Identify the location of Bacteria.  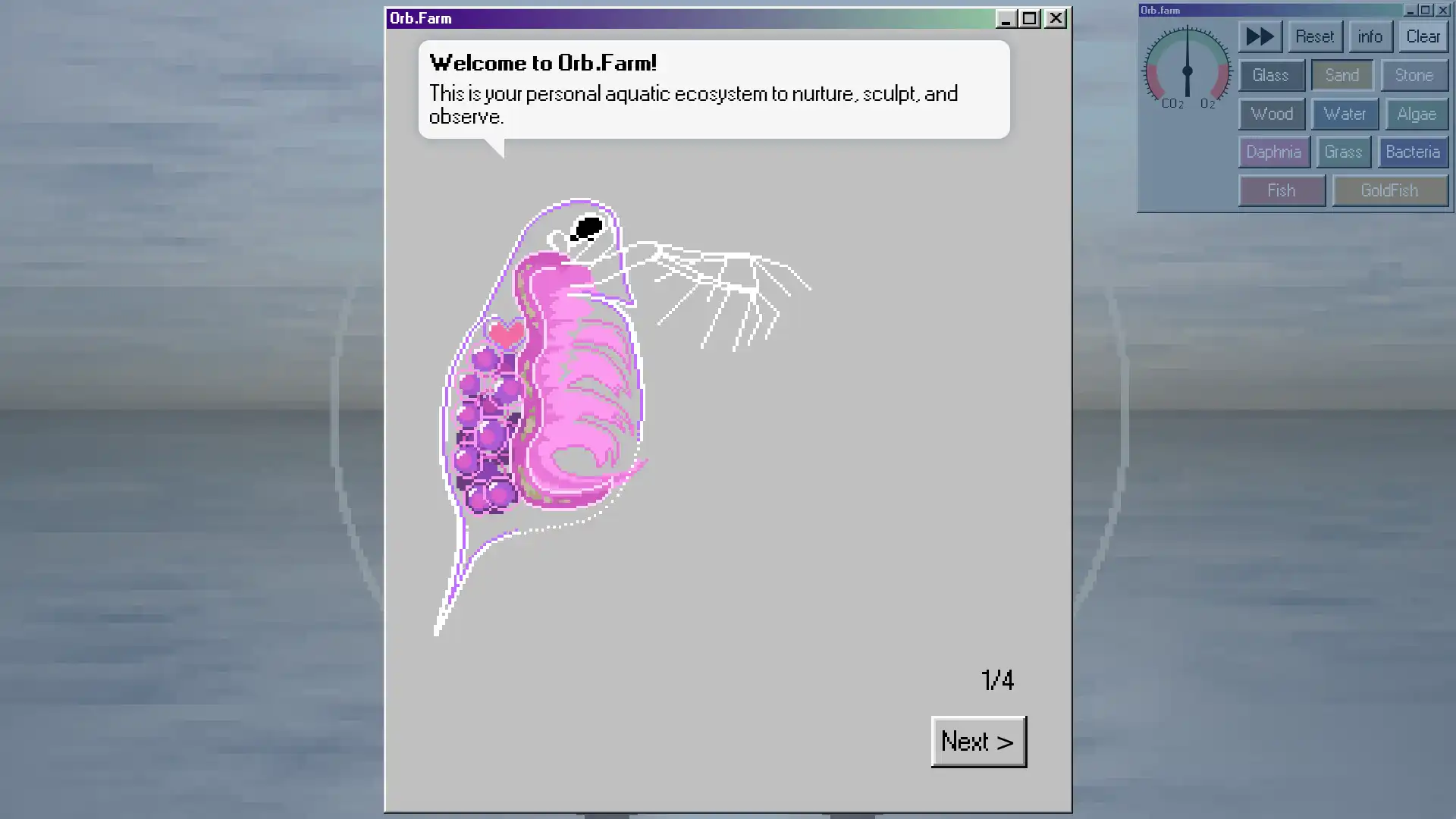
(753, 80).